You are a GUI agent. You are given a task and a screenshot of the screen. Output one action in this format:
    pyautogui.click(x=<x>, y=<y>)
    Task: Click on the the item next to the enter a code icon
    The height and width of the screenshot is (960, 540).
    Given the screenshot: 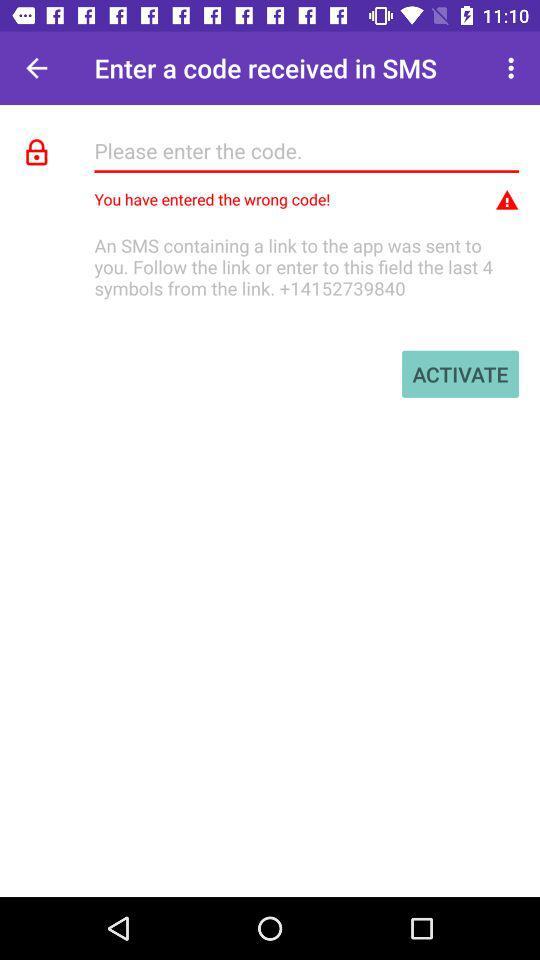 What is the action you would take?
    pyautogui.click(x=513, y=68)
    